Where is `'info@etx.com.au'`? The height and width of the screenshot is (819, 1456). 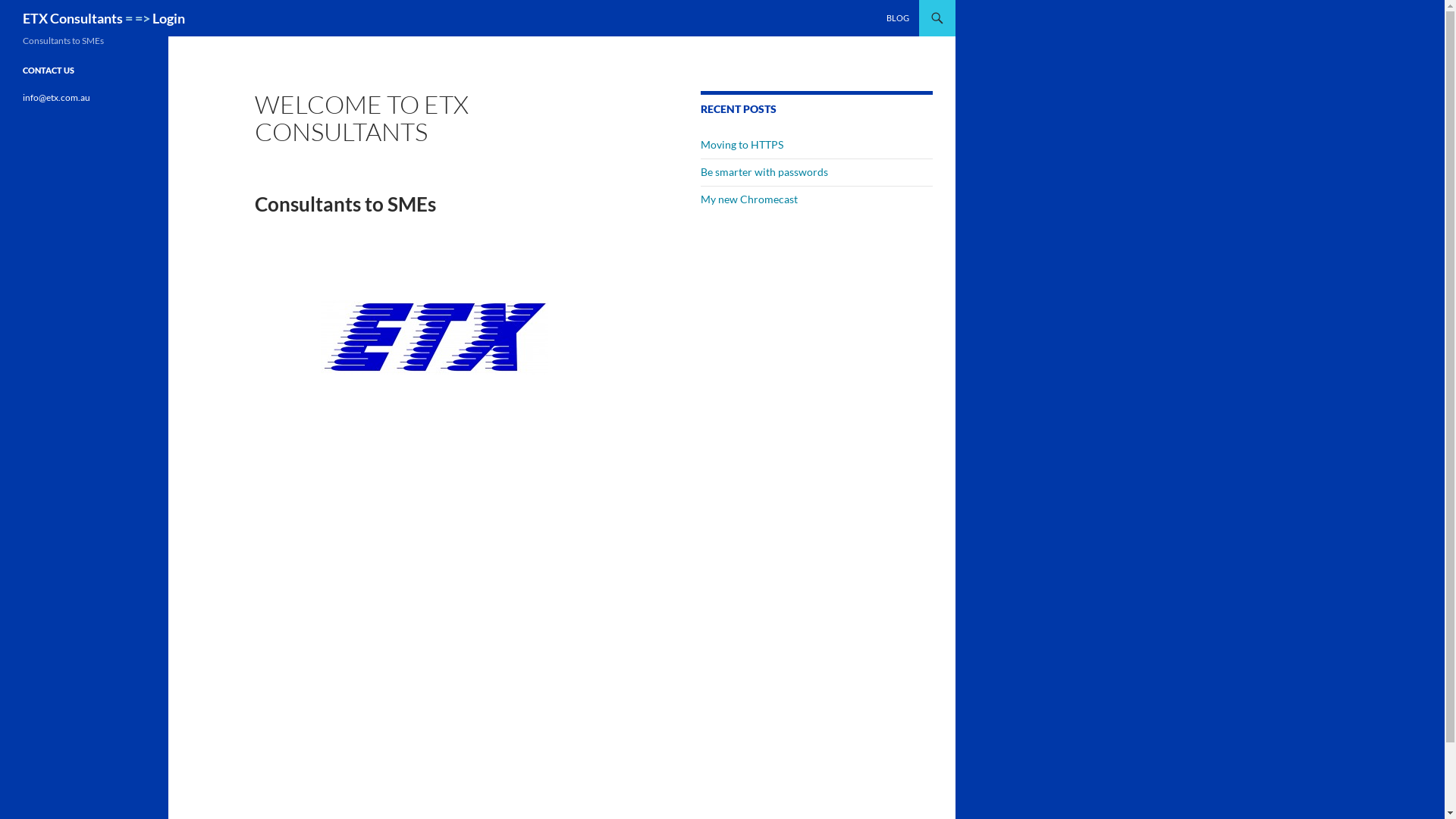
'info@etx.com.au' is located at coordinates (56, 97).